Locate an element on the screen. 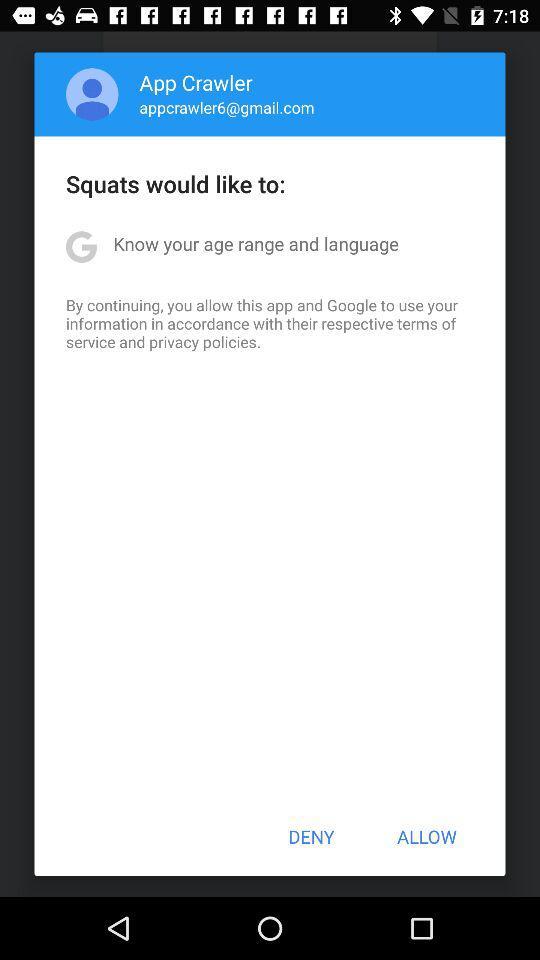  the icon above the by continuing you item is located at coordinates (256, 242).